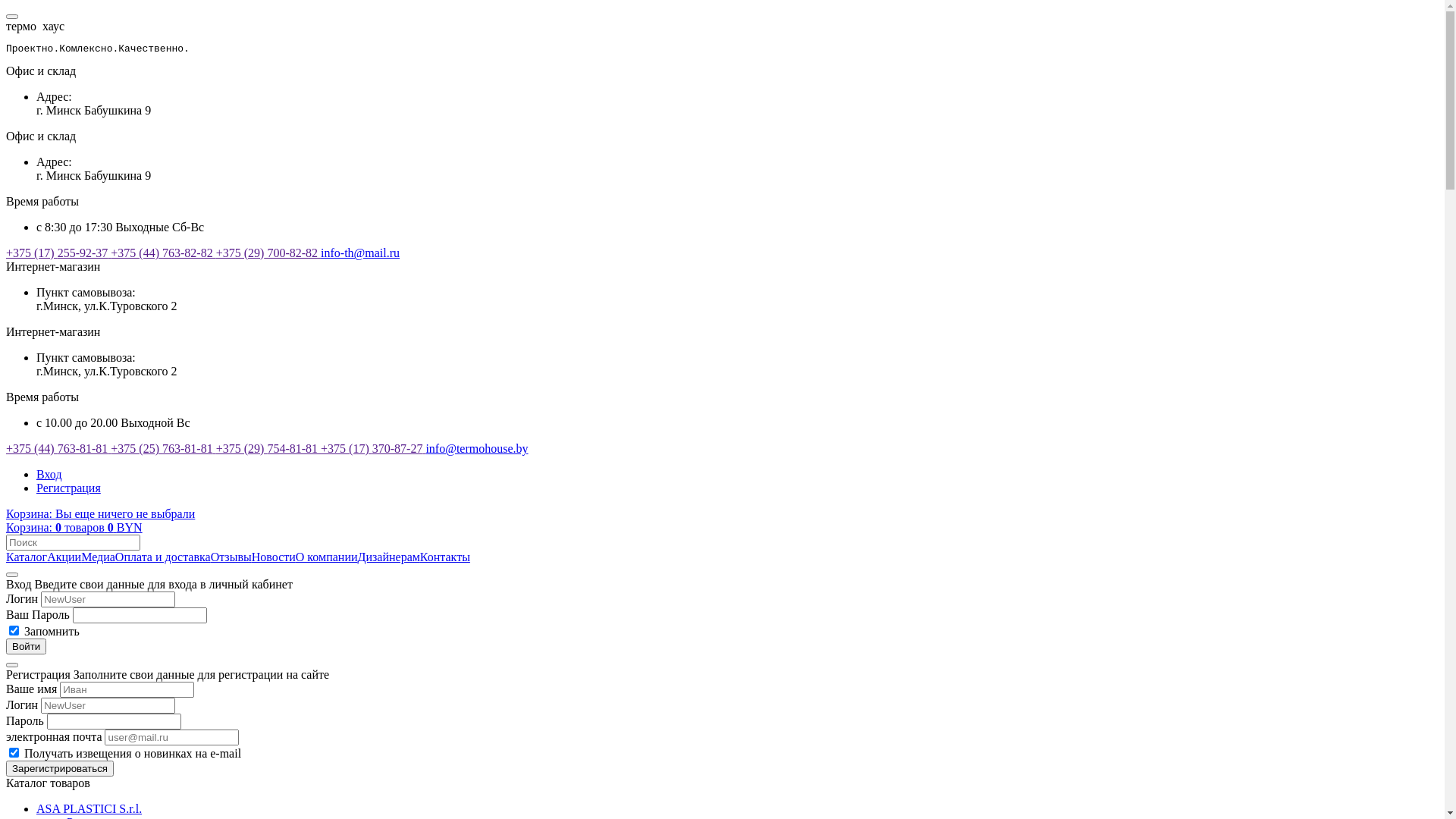 Image resolution: width=1456 pixels, height=819 pixels. What do you see at coordinates (359, 252) in the screenshot?
I see `'info-th@mail.ru'` at bounding box center [359, 252].